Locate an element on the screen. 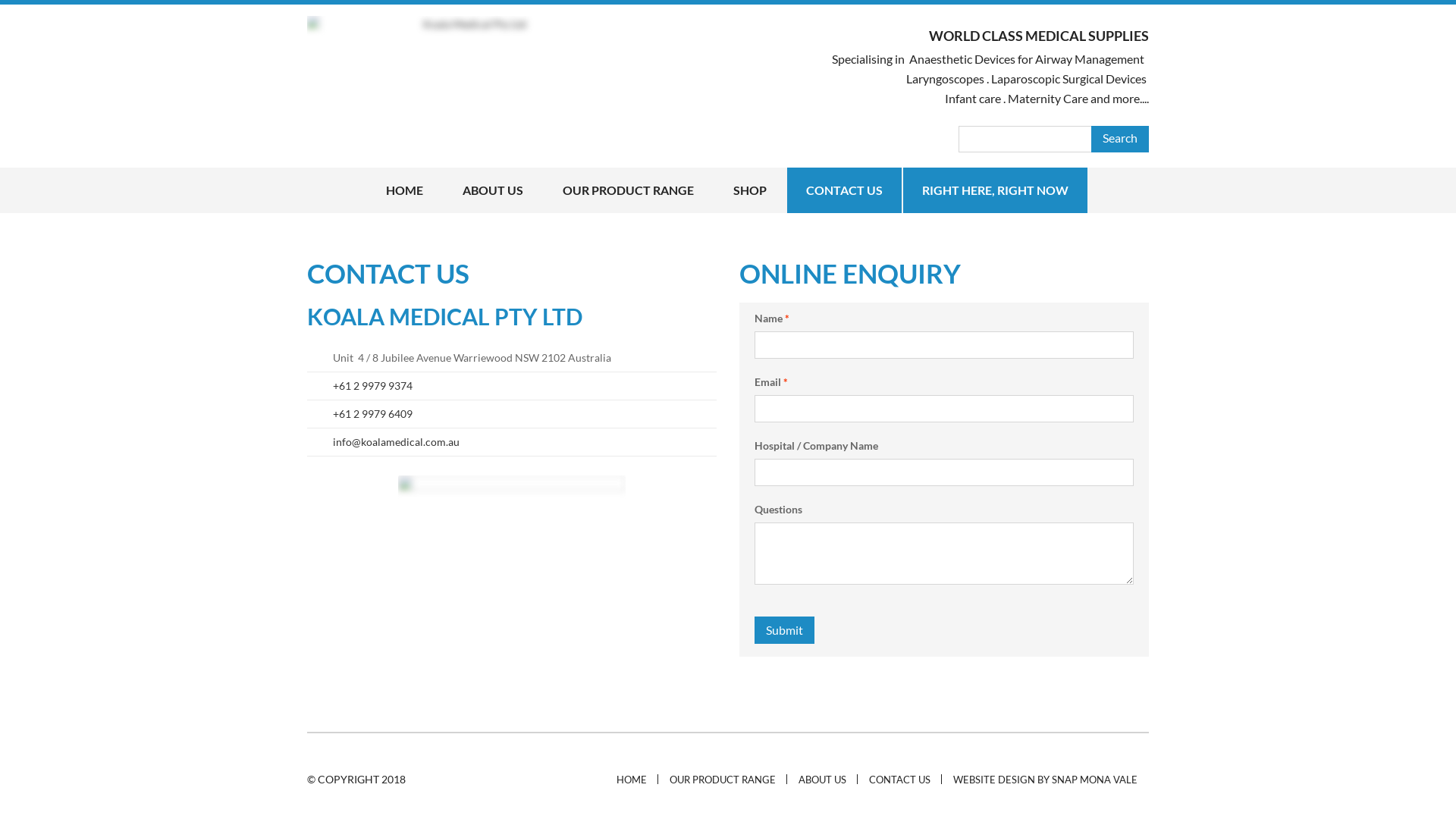 This screenshot has width=1456, height=819. 'info@koalamedical.com.au' is located at coordinates (396, 441).